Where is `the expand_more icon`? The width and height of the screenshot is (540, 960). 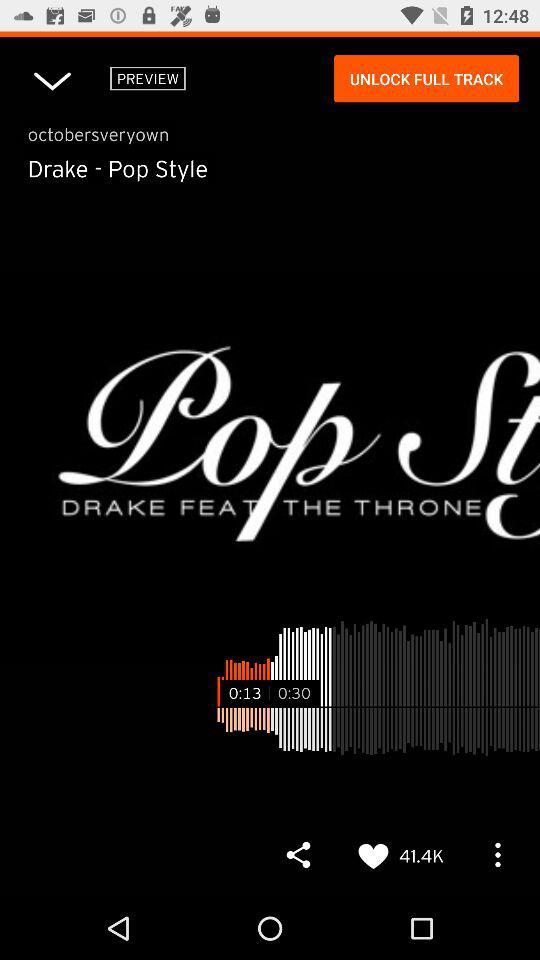
the expand_more icon is located at coordinates (52, 78).